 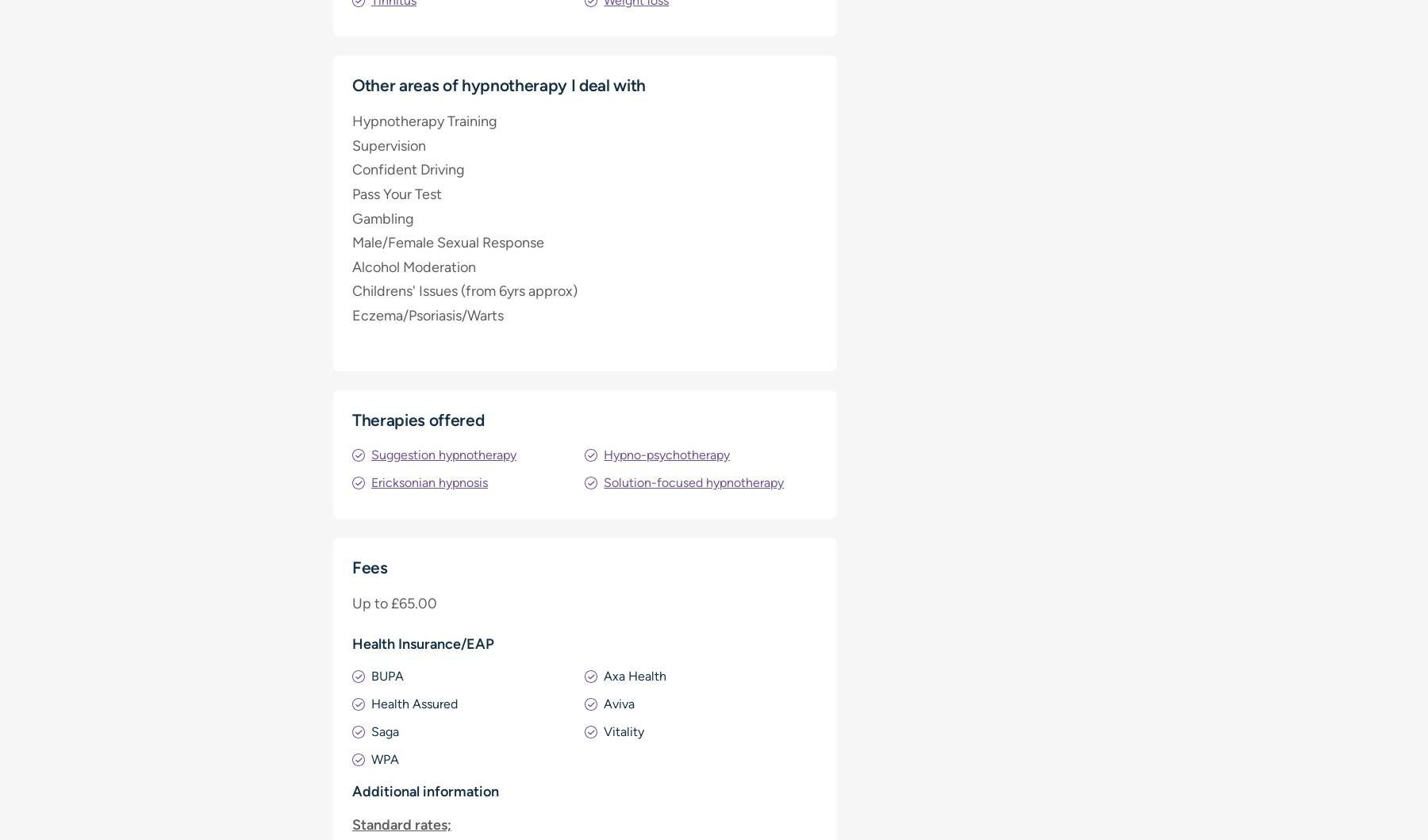 I want to click on 'Therapies offered', so click(x=417, y=420).